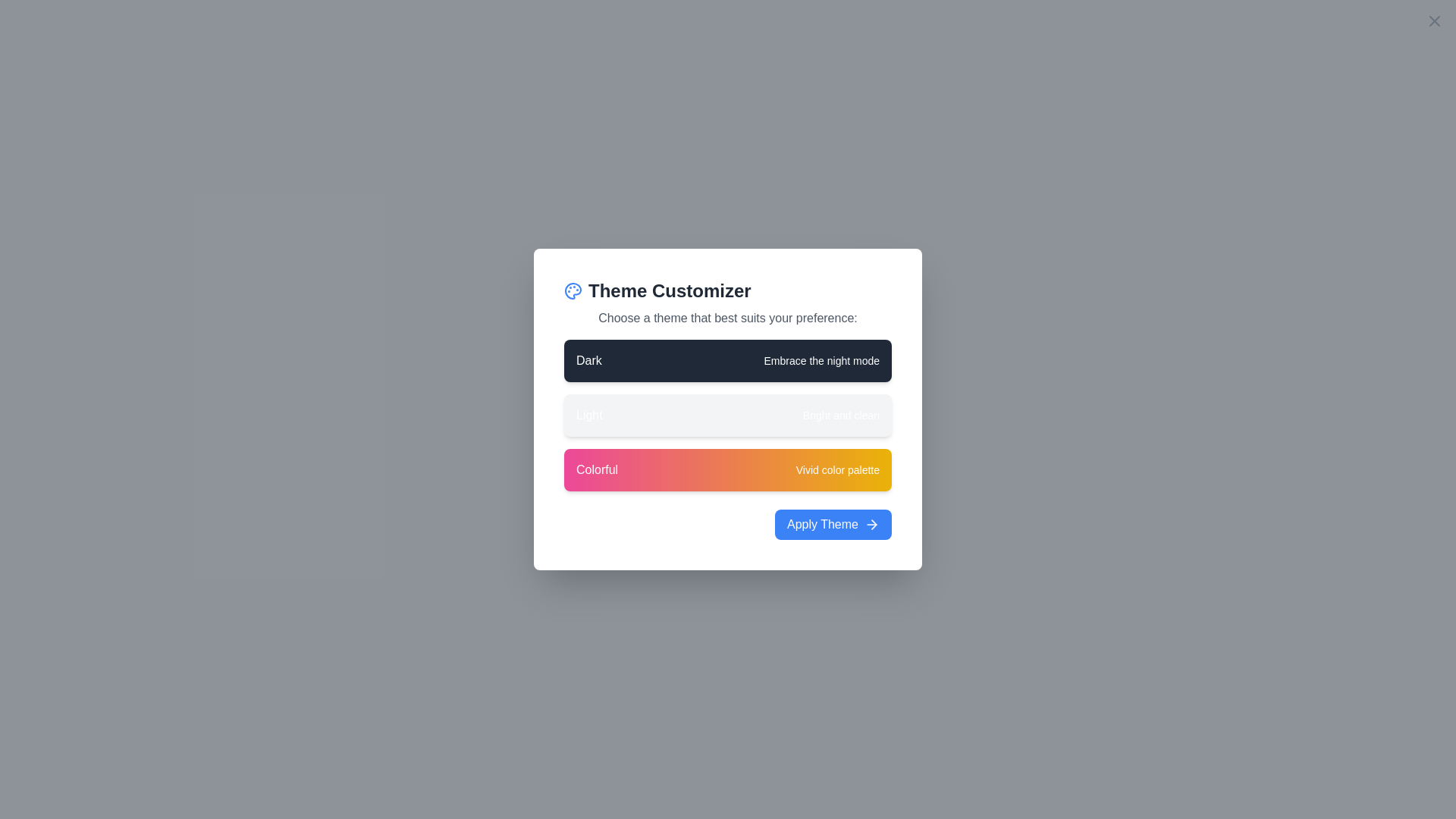 This screenshot has height=819, width=1456. Describe the element at coordinates (872, 523) in the screenshot. I see `the icon located at the far right side of the 'Apply Theme' button, which signifies the action of applying the selected theme` at that location.